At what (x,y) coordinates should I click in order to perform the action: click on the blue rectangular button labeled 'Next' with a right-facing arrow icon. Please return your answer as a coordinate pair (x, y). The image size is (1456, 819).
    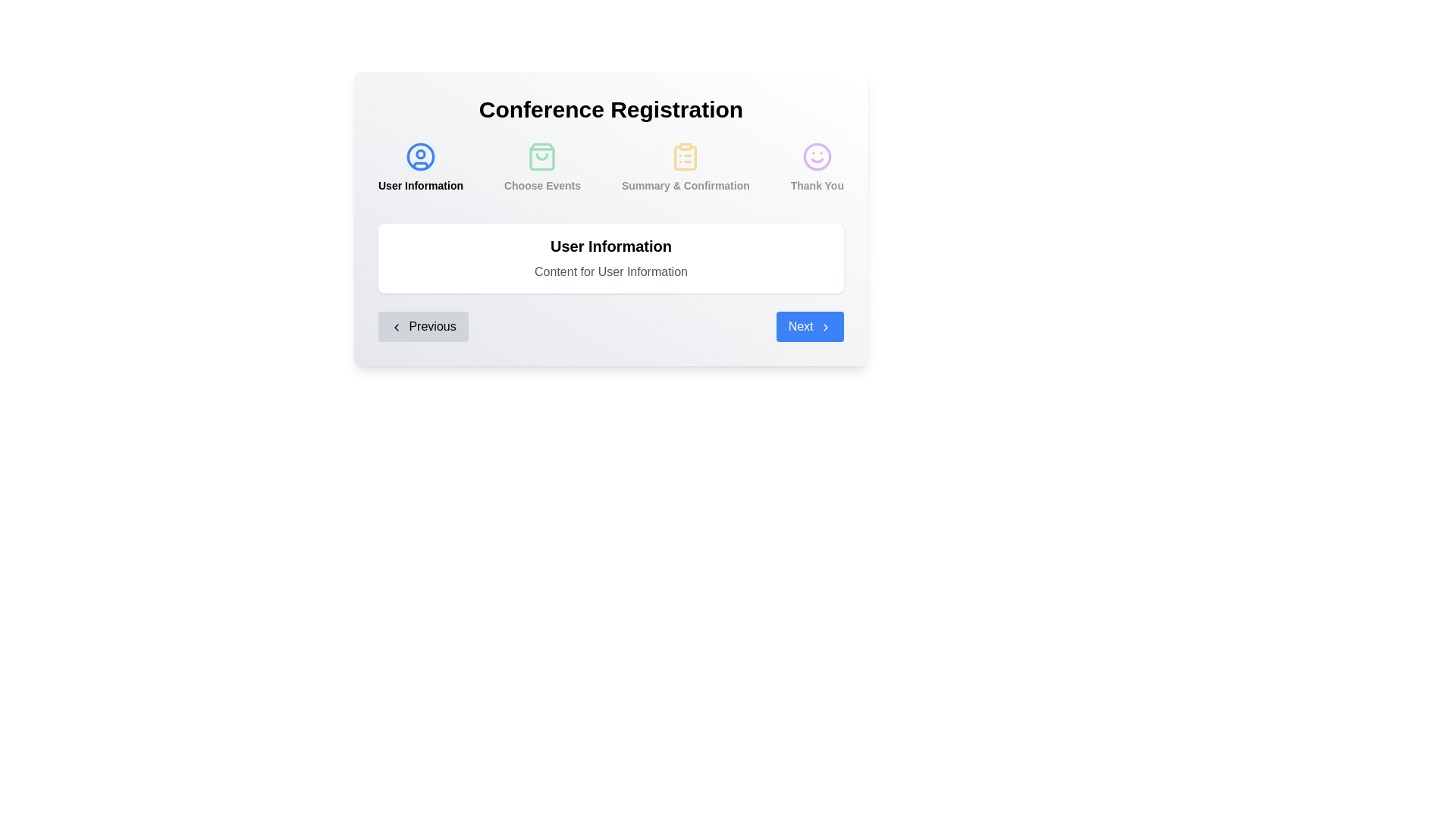
    Looking at the image, I should click on (809, 326).